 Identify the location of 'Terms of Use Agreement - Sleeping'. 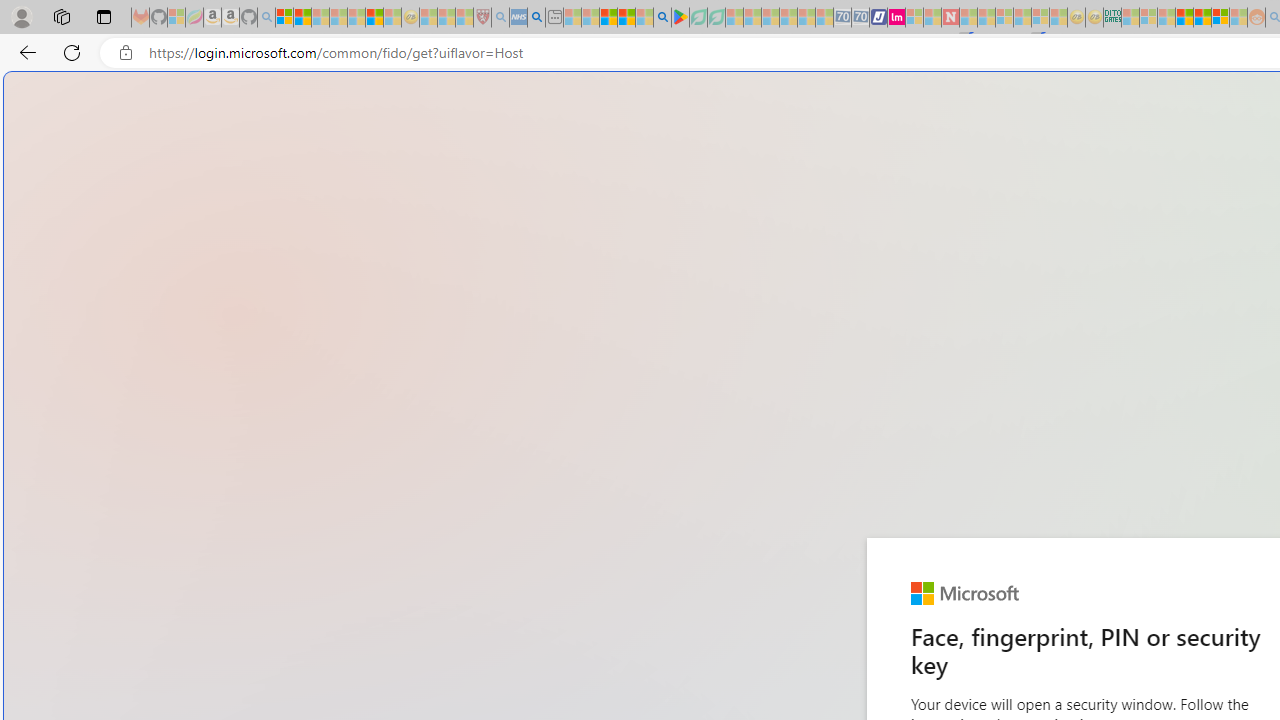
(698, 17).